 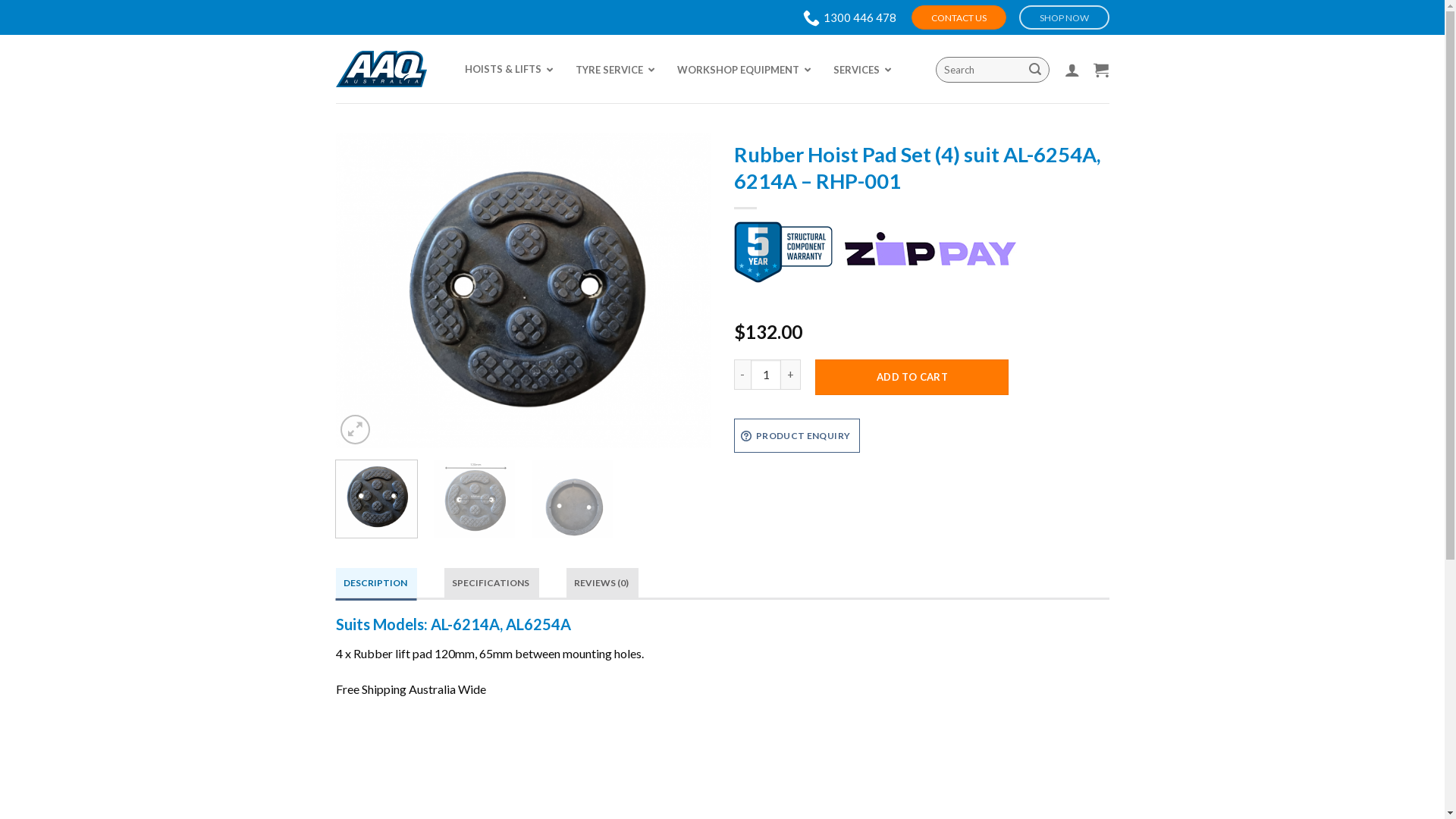 What do you see at coordinates (849, 17) in the screenshot?
I see `'1300 446 478'` at bounding box center [849, 17].